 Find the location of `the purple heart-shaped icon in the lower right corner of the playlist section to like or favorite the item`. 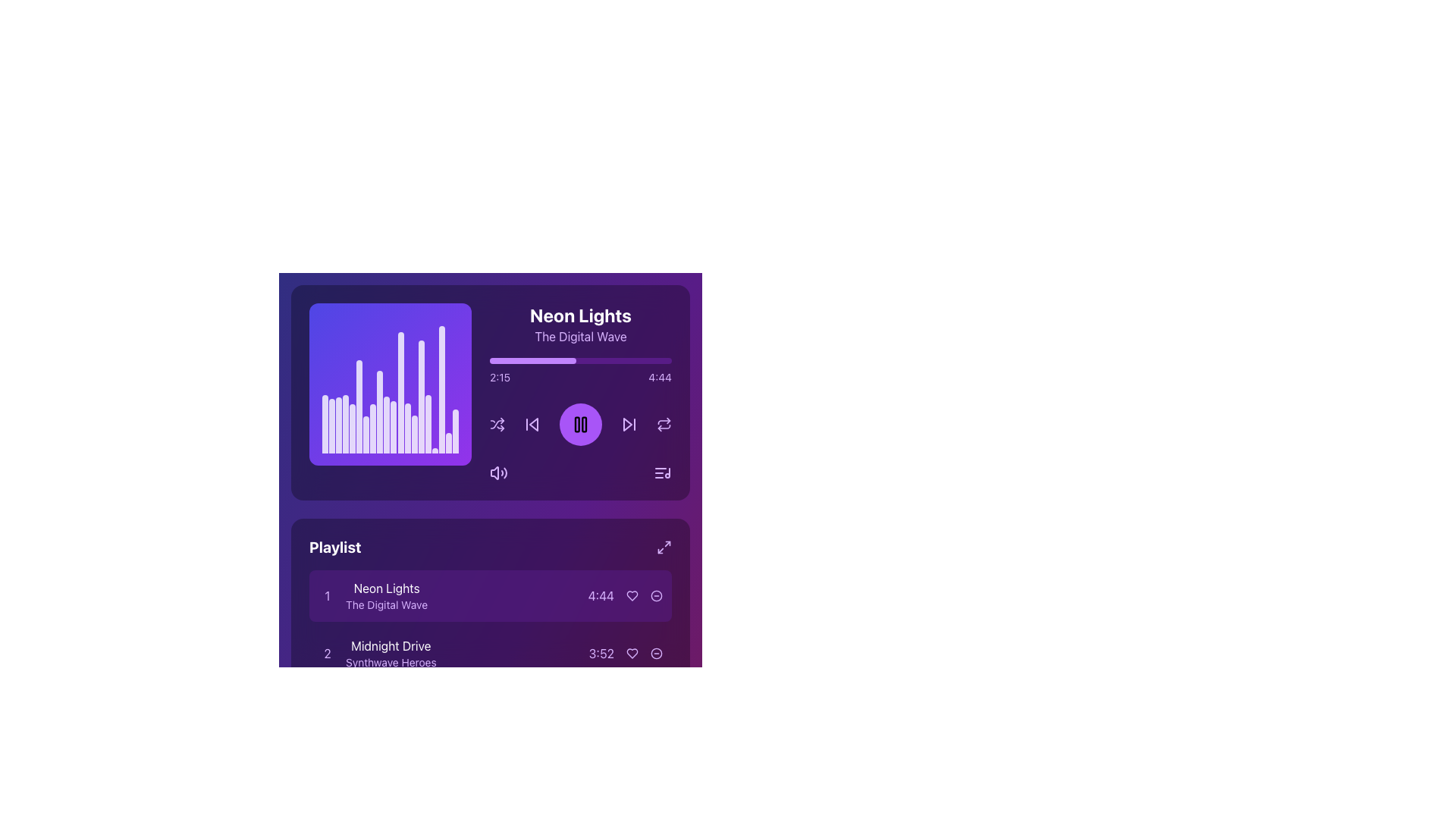

the purple heart-shaped icon in the lower right corner of the playlist section to like or favorite the item is located at coordinates (632, 595).